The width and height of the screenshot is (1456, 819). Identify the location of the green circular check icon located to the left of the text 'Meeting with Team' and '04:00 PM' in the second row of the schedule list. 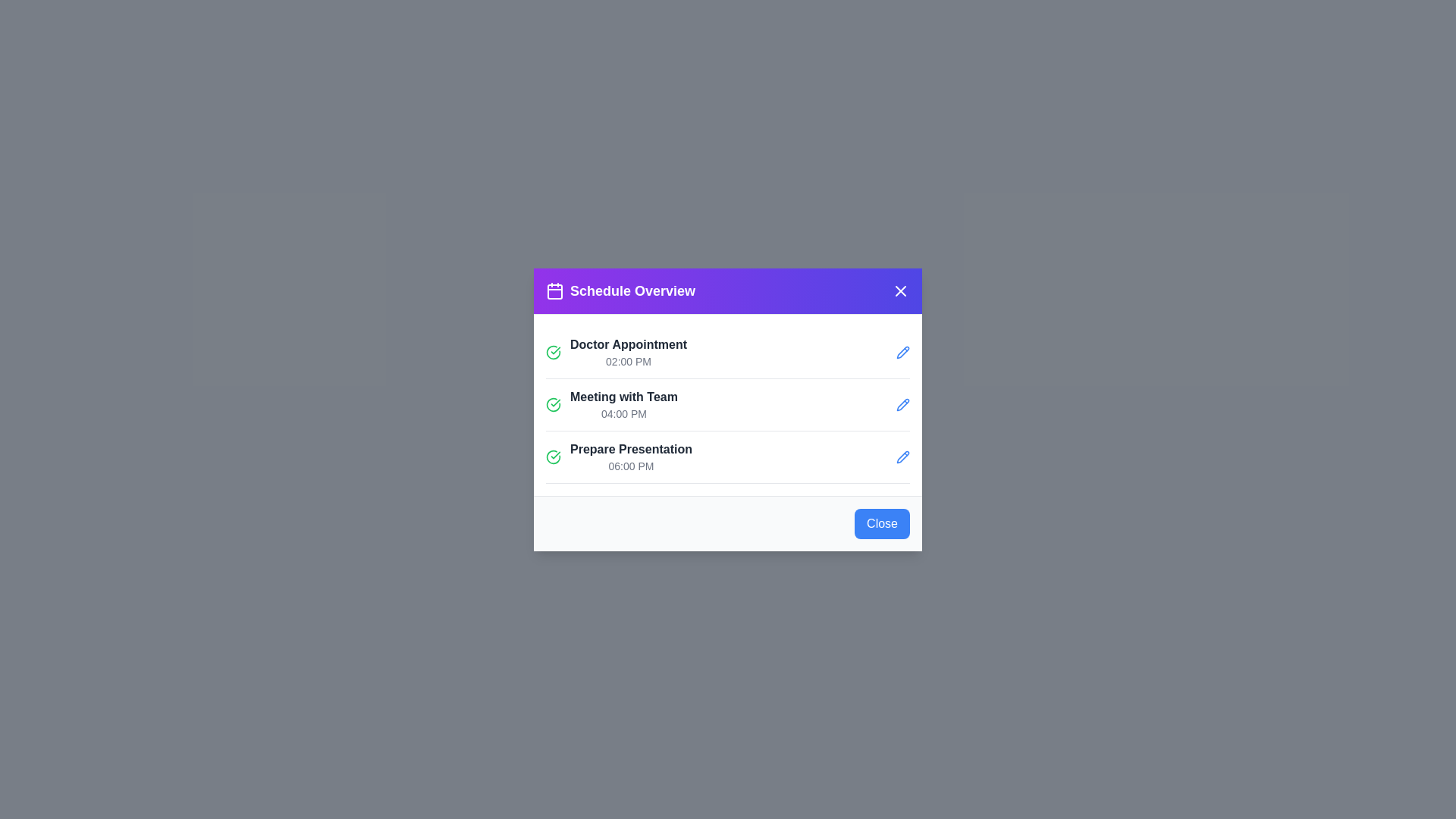
(552, 403).